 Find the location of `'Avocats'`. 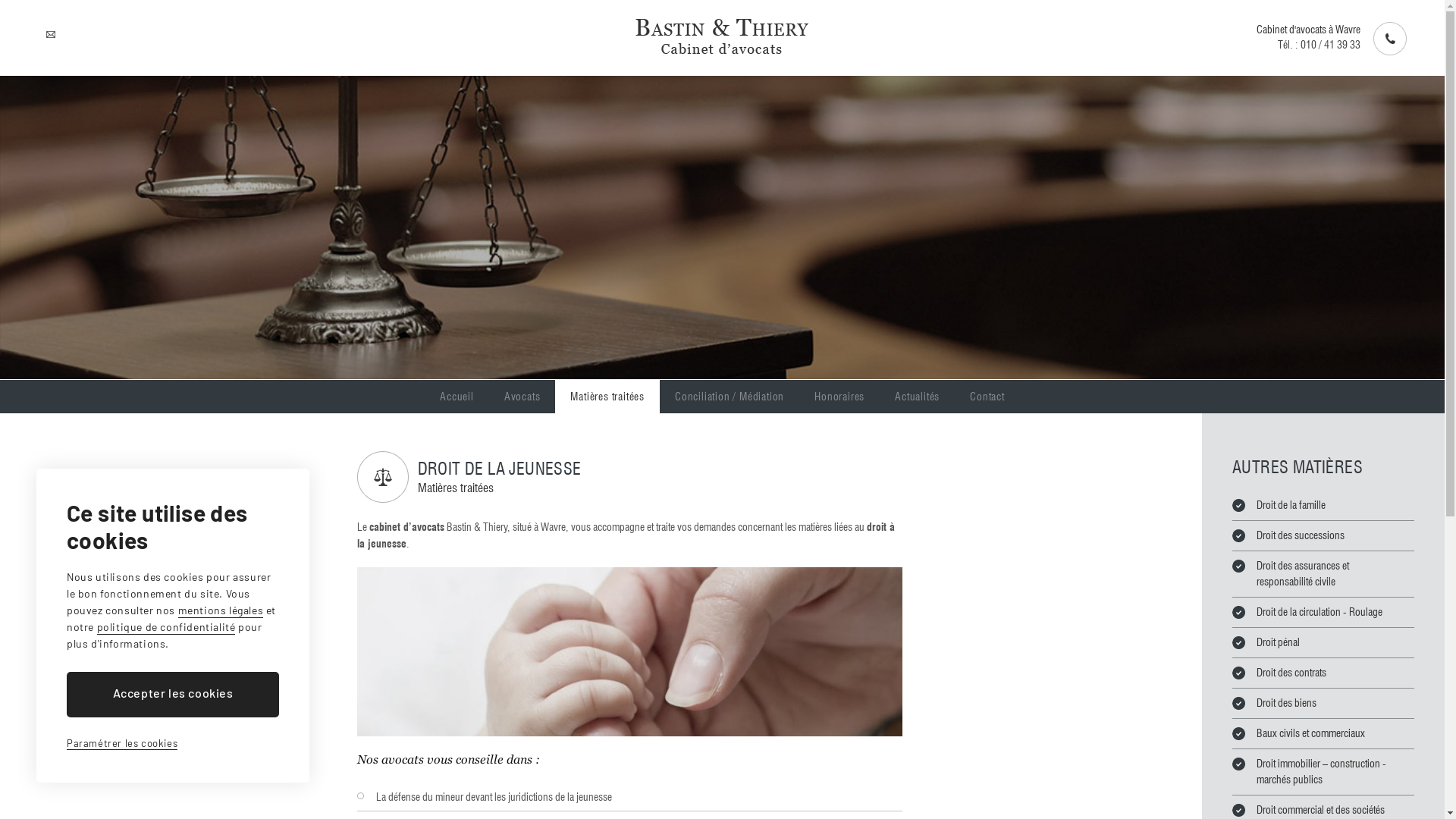

'Avocats' is located at coordinates (522, 396).